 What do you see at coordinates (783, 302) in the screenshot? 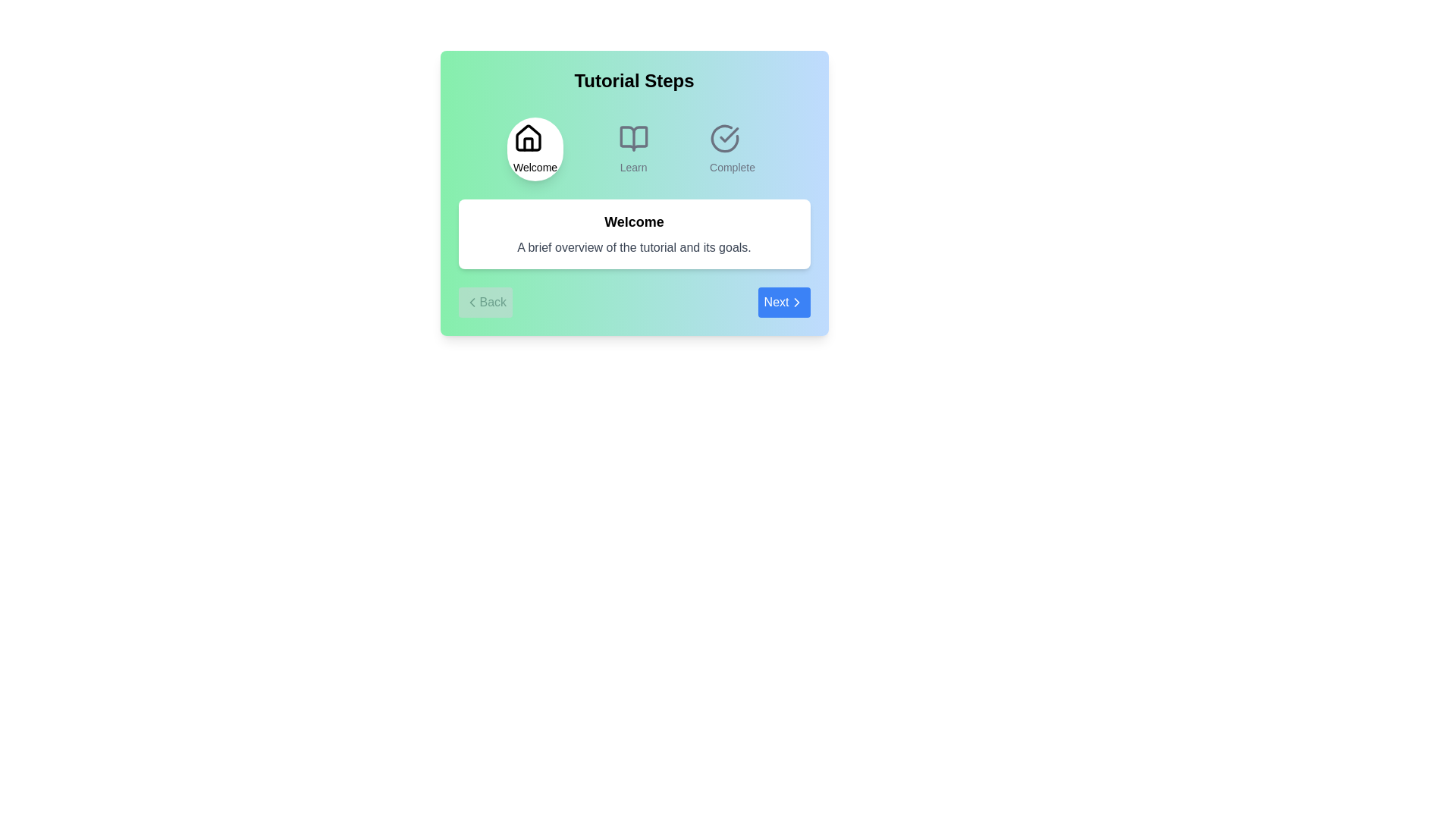
I see `the 'Next' button to navigate to the next step` at bounding box center [783, 302].